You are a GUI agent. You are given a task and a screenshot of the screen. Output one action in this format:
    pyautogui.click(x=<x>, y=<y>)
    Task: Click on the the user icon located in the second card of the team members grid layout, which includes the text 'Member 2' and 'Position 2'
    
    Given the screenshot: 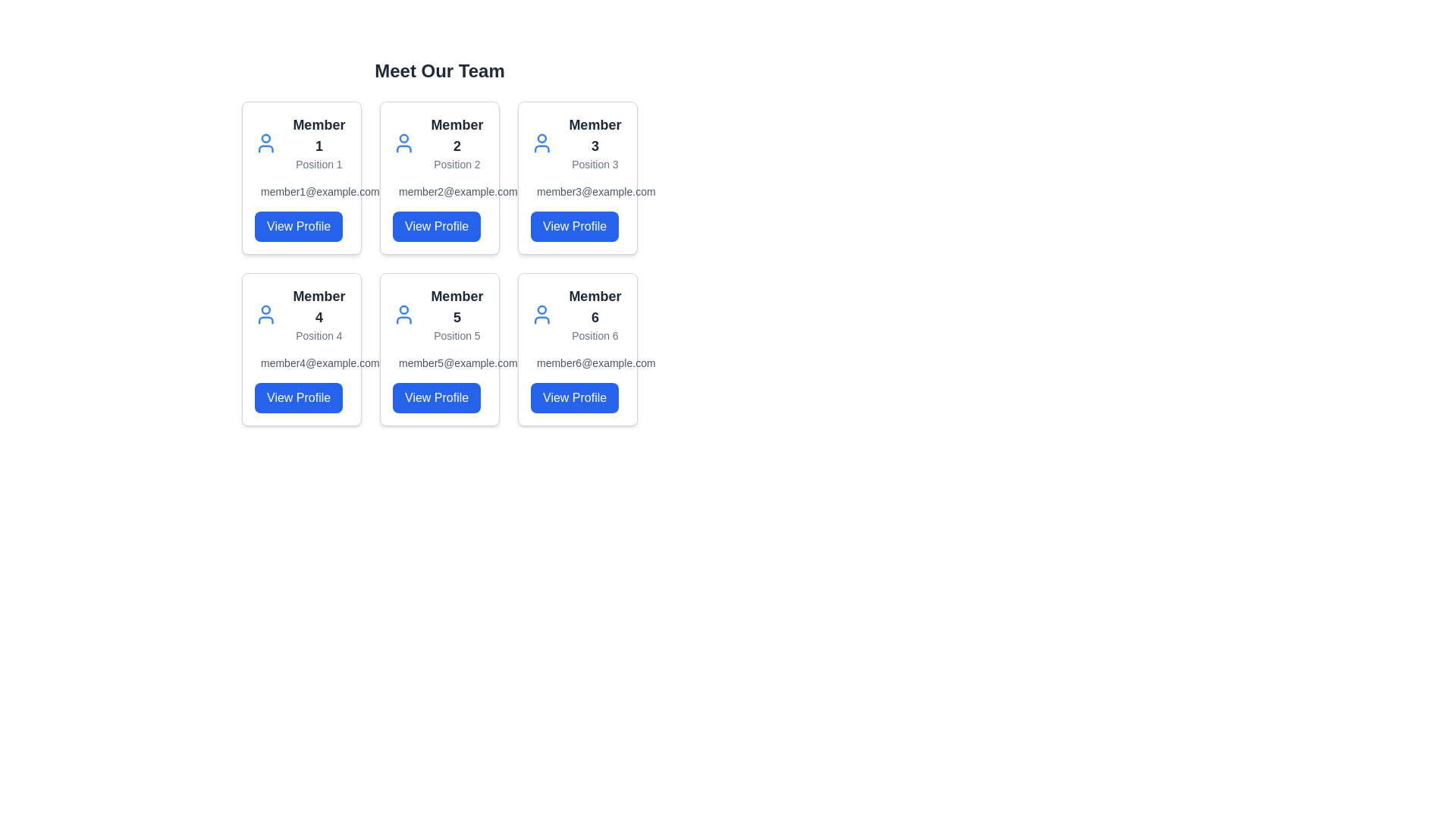 What is the action you would take?
    pyautogui.click(x=403, y=143)
    